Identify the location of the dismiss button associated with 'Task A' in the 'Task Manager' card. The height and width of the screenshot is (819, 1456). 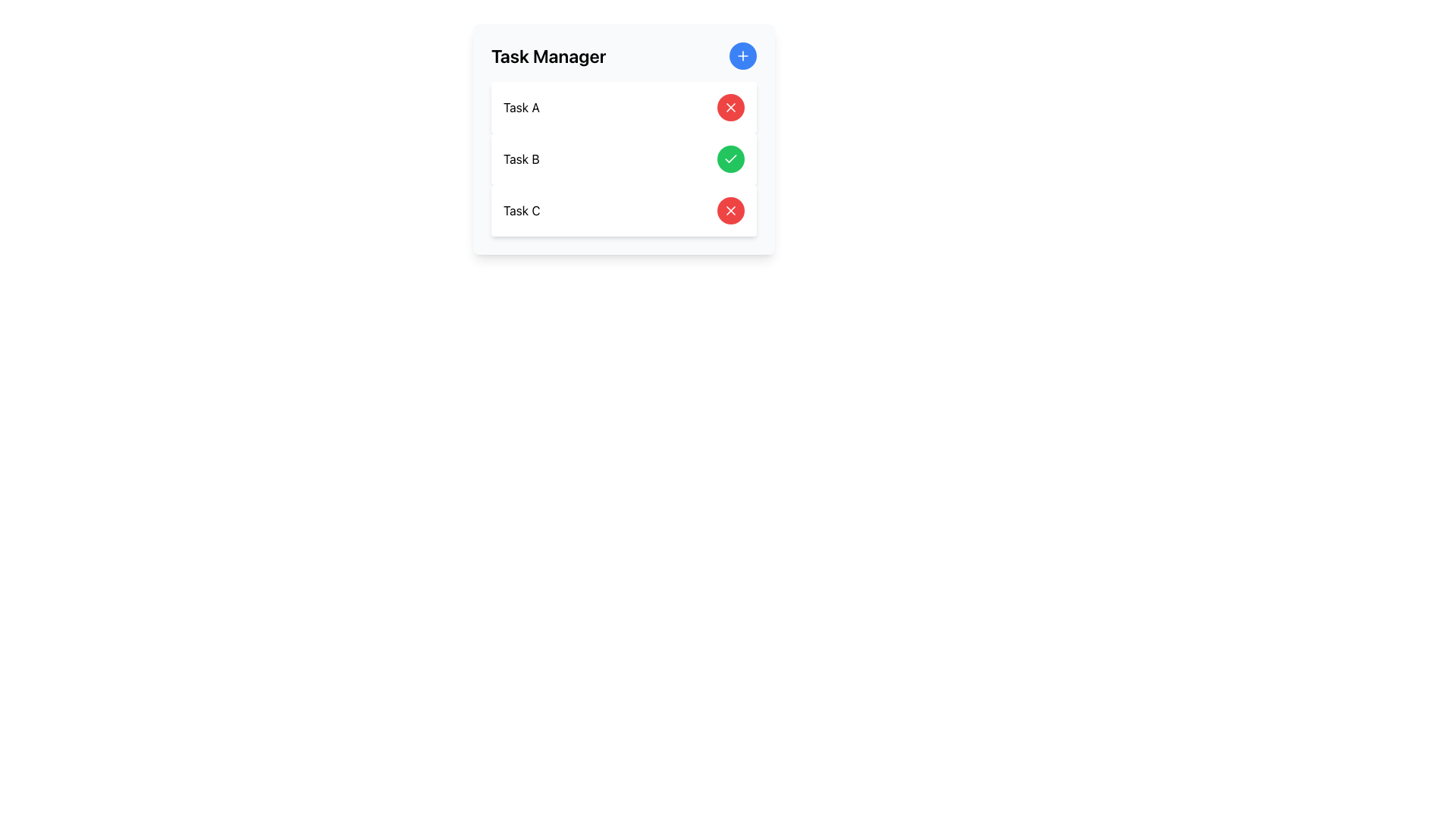
(731, 107).